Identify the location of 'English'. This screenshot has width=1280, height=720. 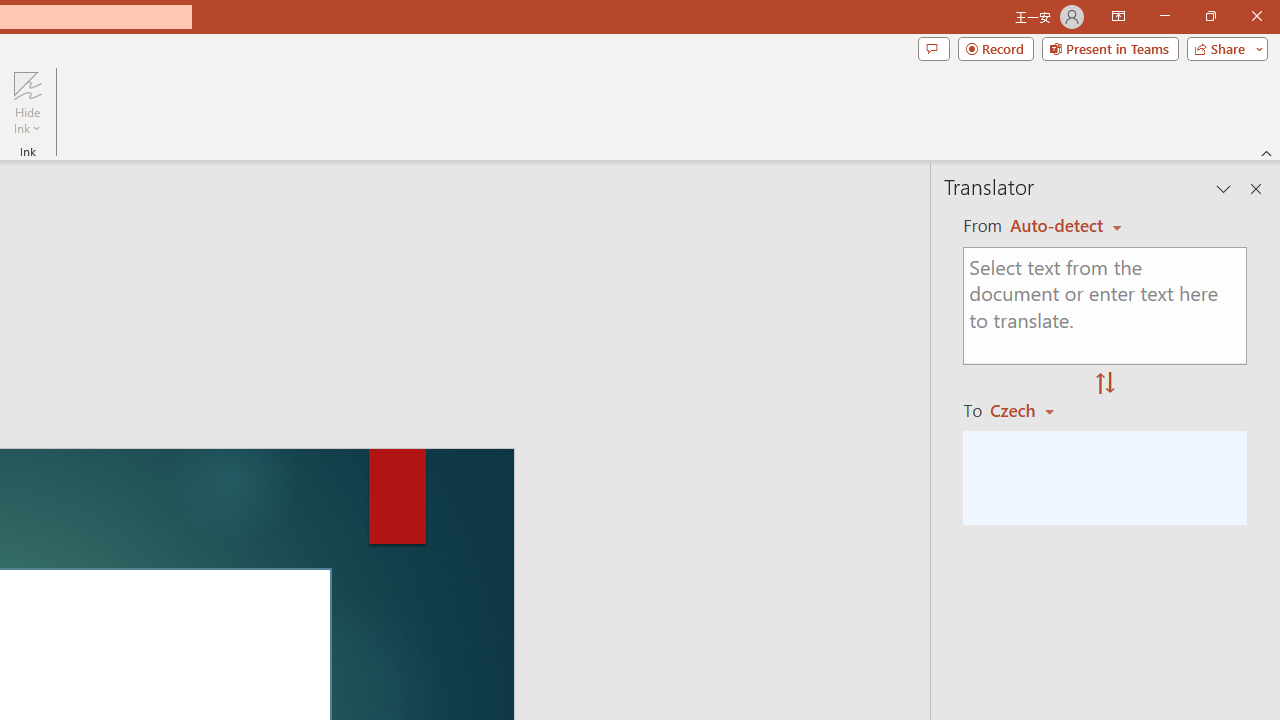
(1065, 225).